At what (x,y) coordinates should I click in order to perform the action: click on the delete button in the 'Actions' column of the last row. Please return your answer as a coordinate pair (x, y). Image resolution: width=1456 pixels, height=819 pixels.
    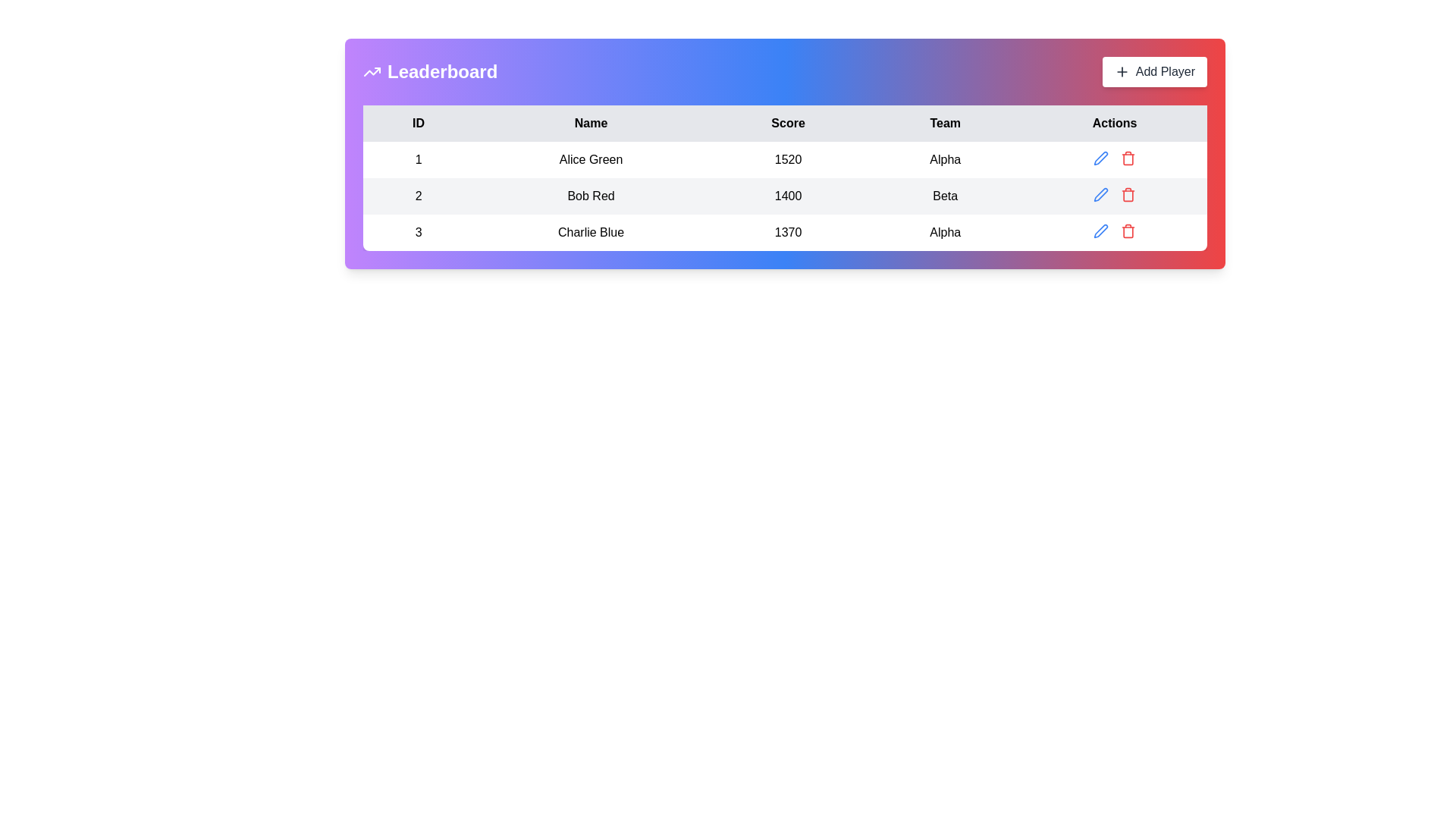
    Looking at the image, I should click on (1128, 231).